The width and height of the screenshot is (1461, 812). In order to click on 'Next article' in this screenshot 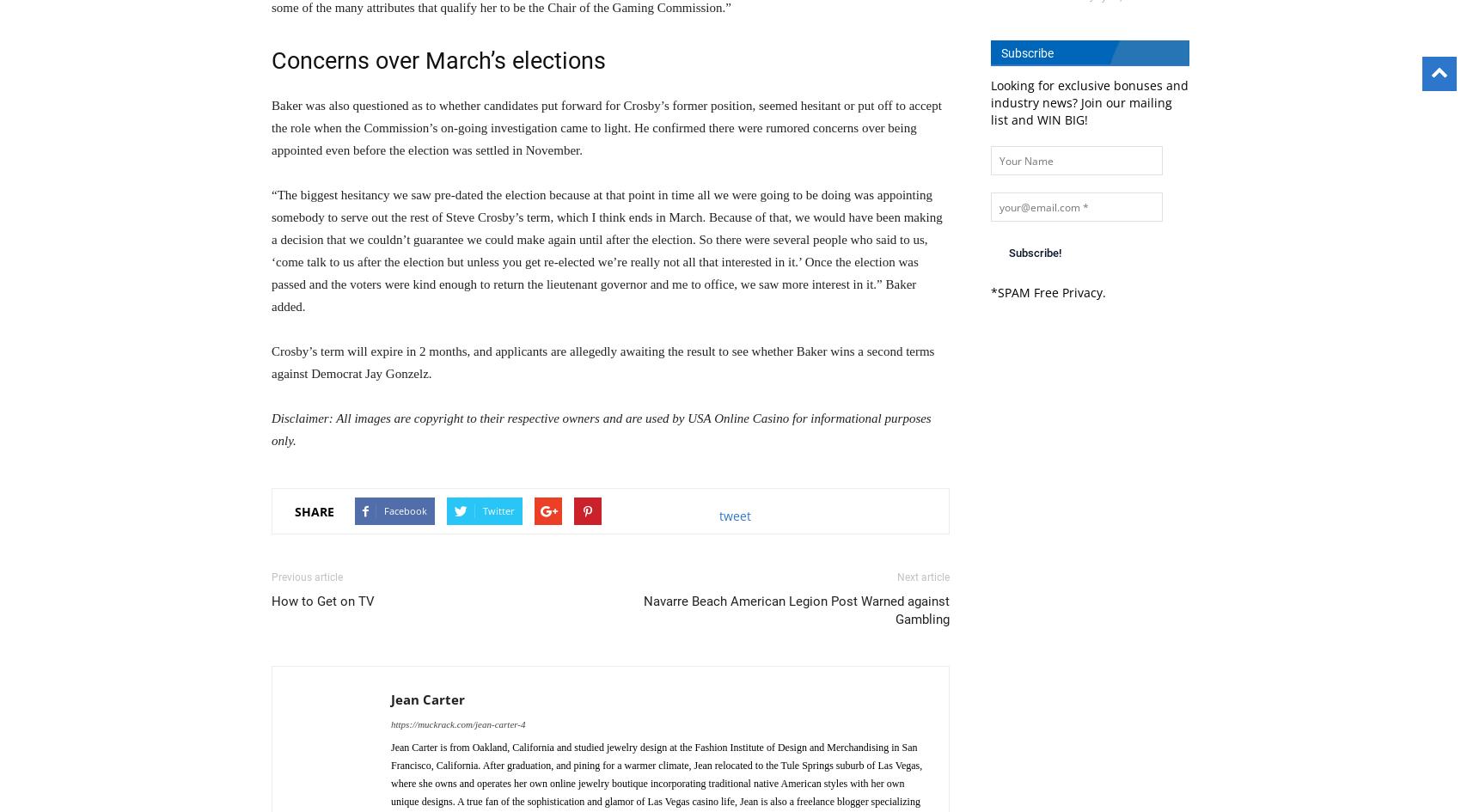, I will do `click(923, 576)`.